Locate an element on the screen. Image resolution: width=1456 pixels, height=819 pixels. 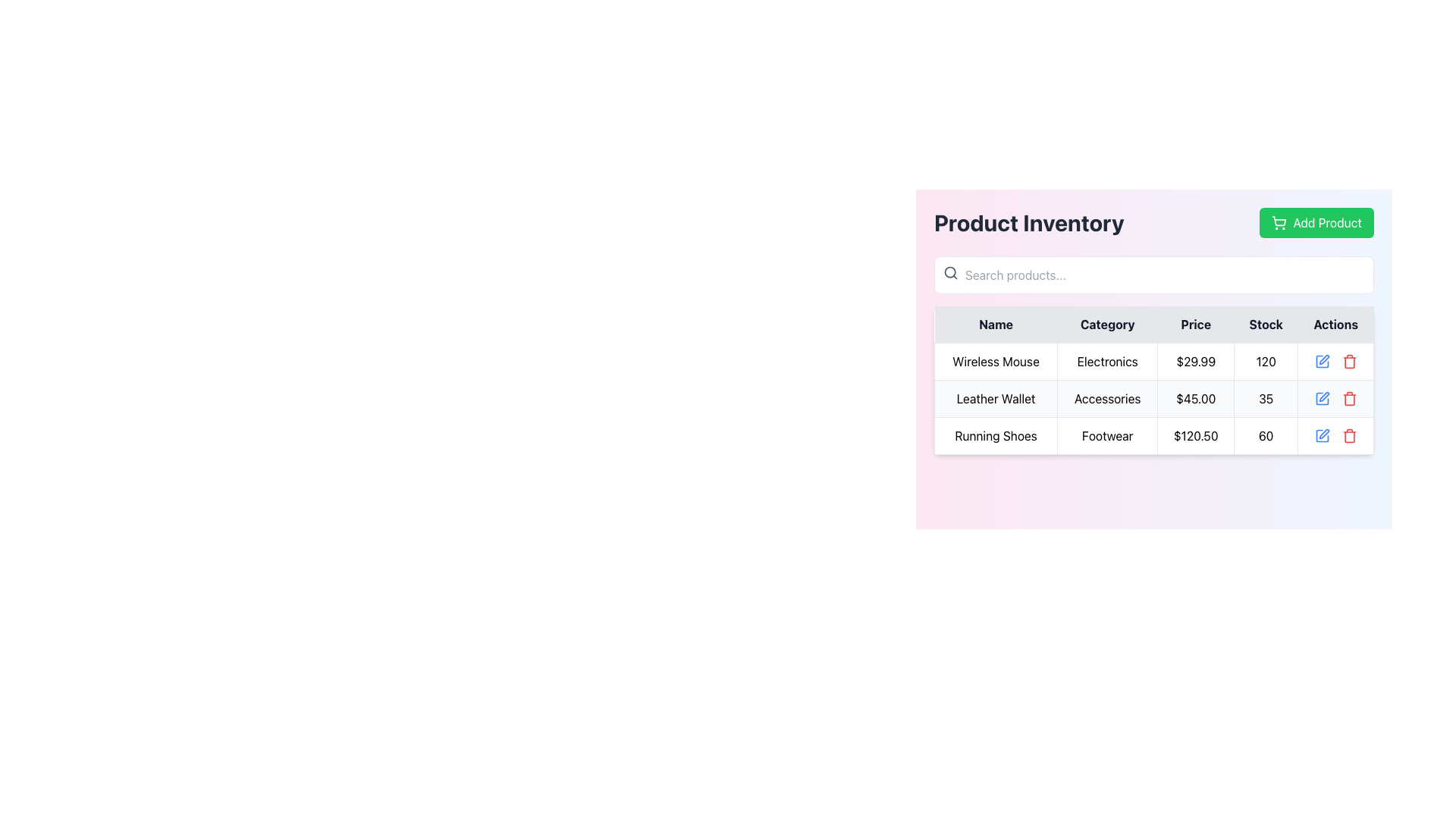
the search icon resembling a magnifying glass, which is styled with a thin outline and appears in gray, located at the far-left end of the search input field near the top of the product inventory interface is located at coordinates (949, 271).